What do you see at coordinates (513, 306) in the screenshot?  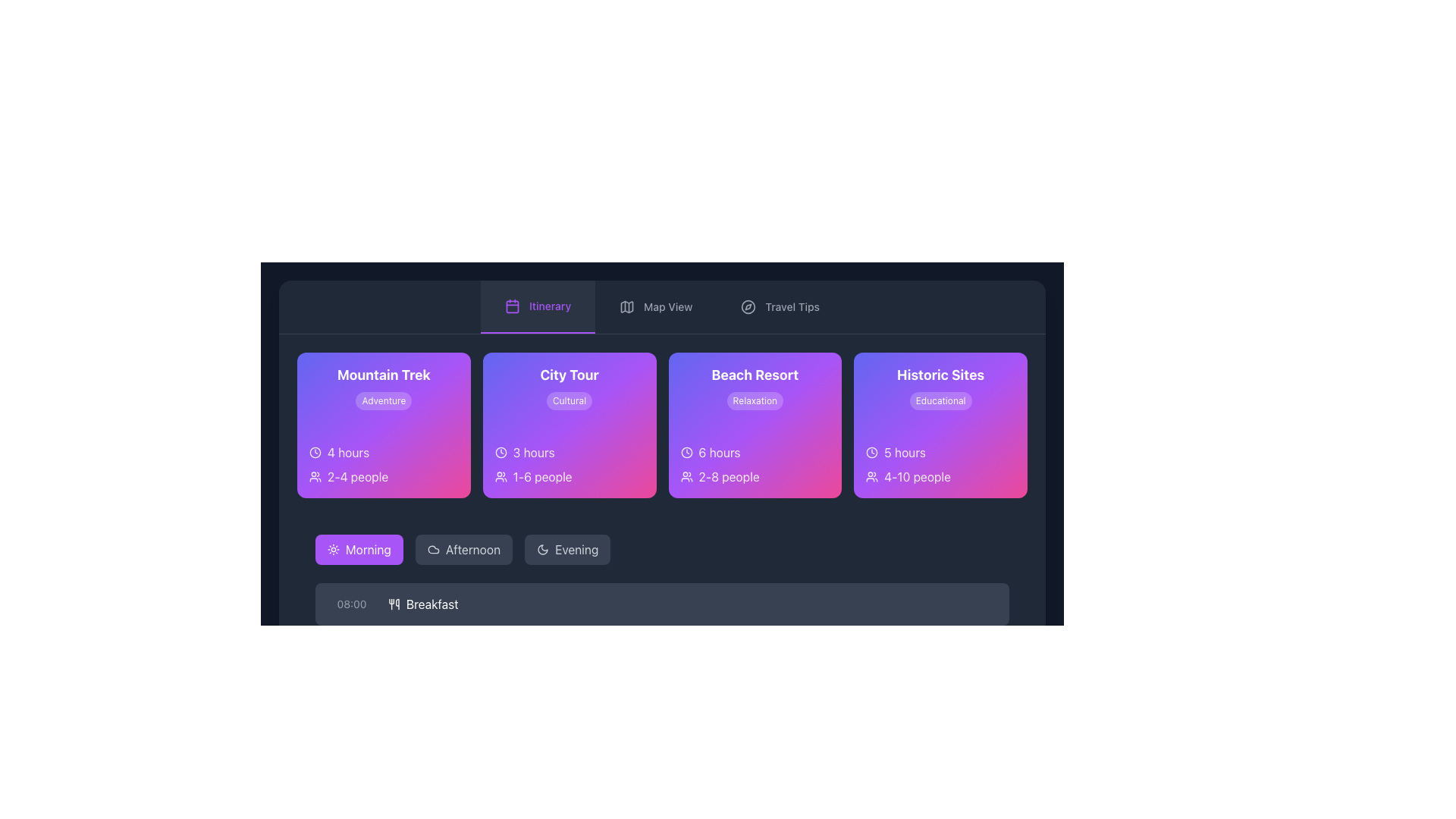 I see `the graphical icon component located in the top navigation bar, which is a darker rectangular area with rounded corners, positioned near the 'Itinerary' text` at bounding box center [513, 306].